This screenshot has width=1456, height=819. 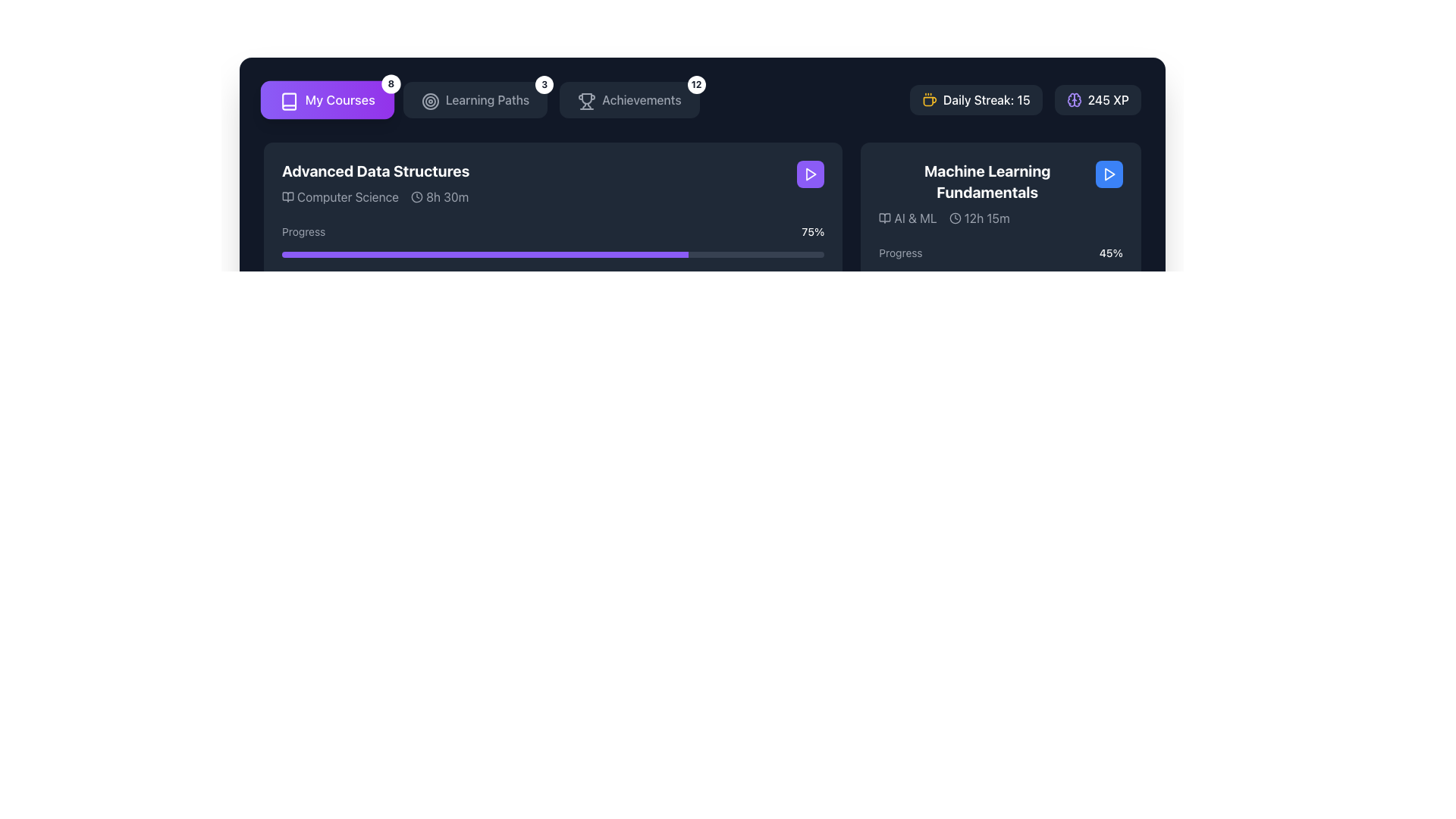 What do you see at coordinates (954, 218) in the screenshot?
I see `the time duration icon for the course 'Machine Learning Fundamentals' located near the label '12h 15m' at the top-right corner of the course card` at bounding box center [954, 218].